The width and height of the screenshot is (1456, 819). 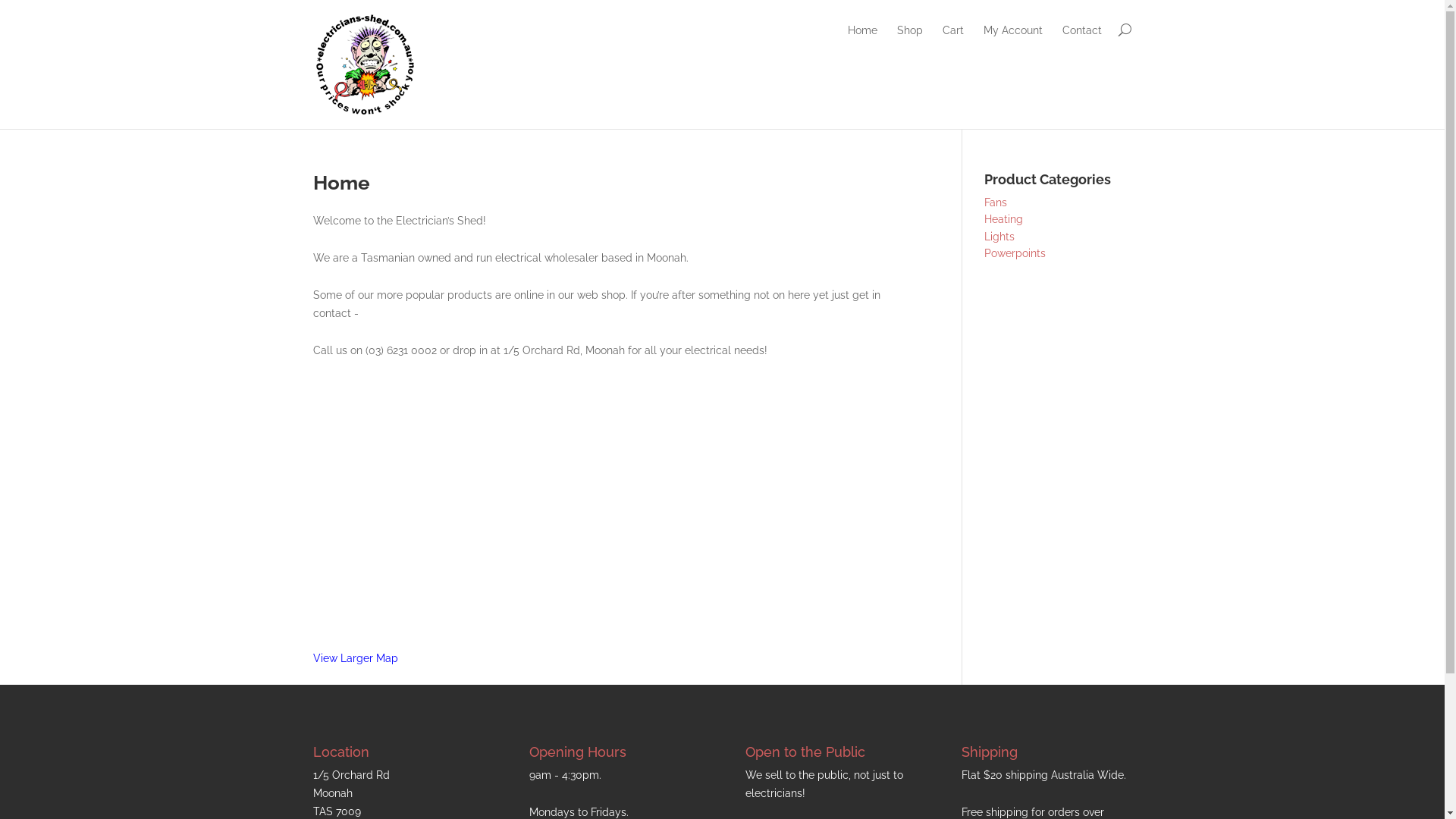 What do you see at coordinates (1015, 253) in the screenshot?
I see `'Powerpoints'` at bounding box center [1015, 253].